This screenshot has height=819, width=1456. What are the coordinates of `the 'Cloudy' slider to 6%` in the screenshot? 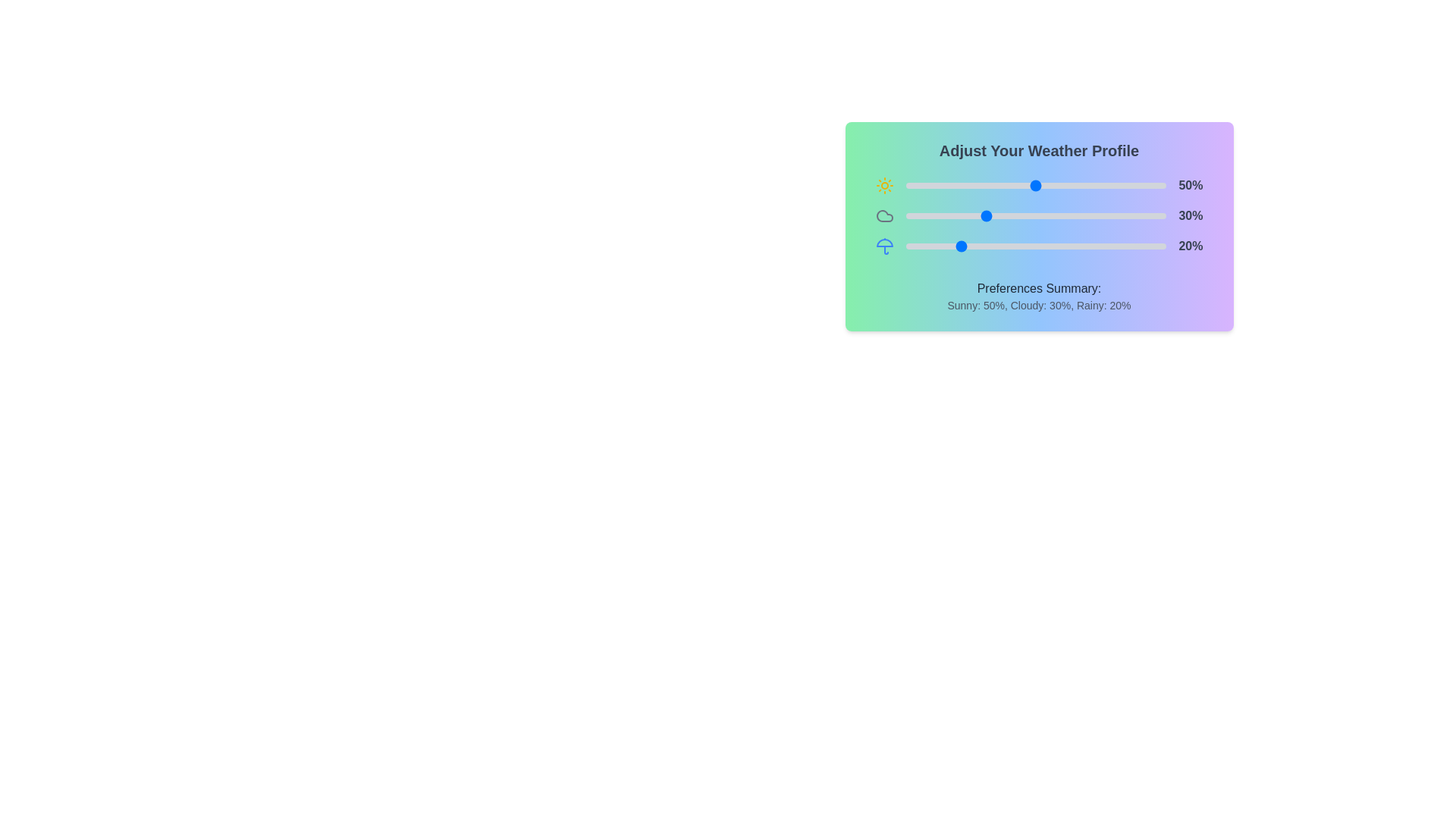 It's located at (921, 216).